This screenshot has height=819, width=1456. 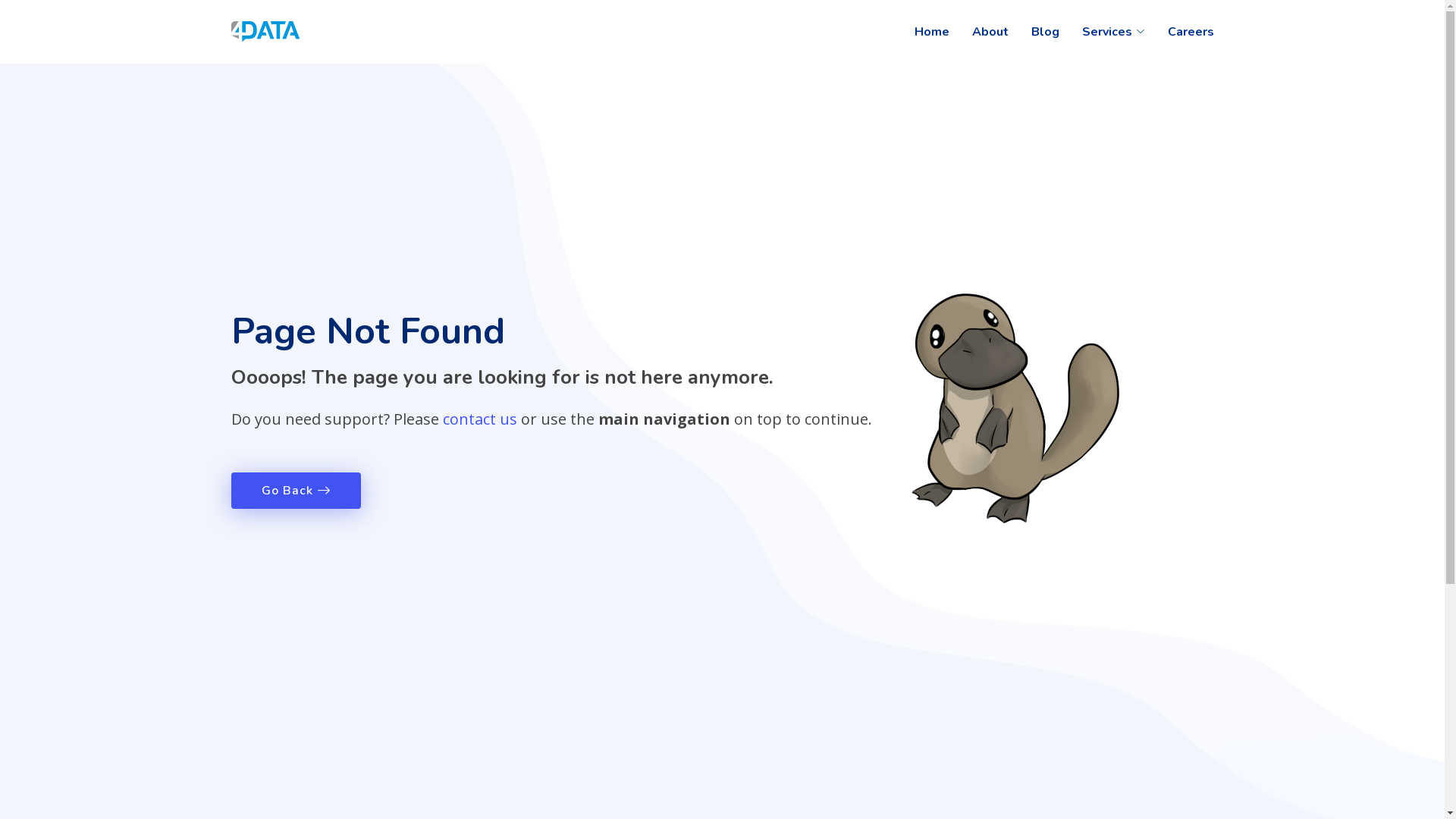 I want to click on 'Home', so click(x=920, y=32).